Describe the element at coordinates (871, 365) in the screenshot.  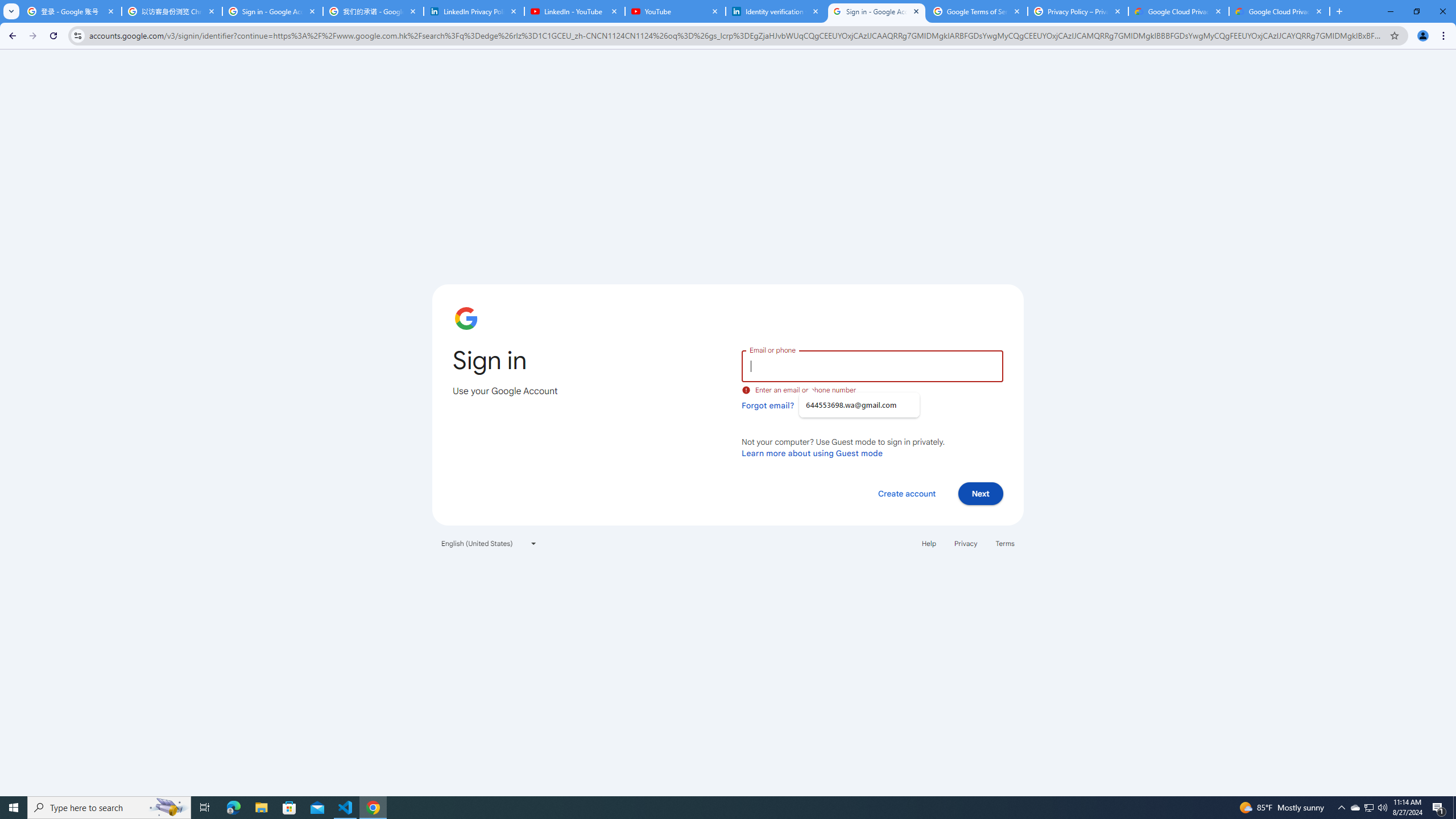
I see `'Email or phone'` at that location.